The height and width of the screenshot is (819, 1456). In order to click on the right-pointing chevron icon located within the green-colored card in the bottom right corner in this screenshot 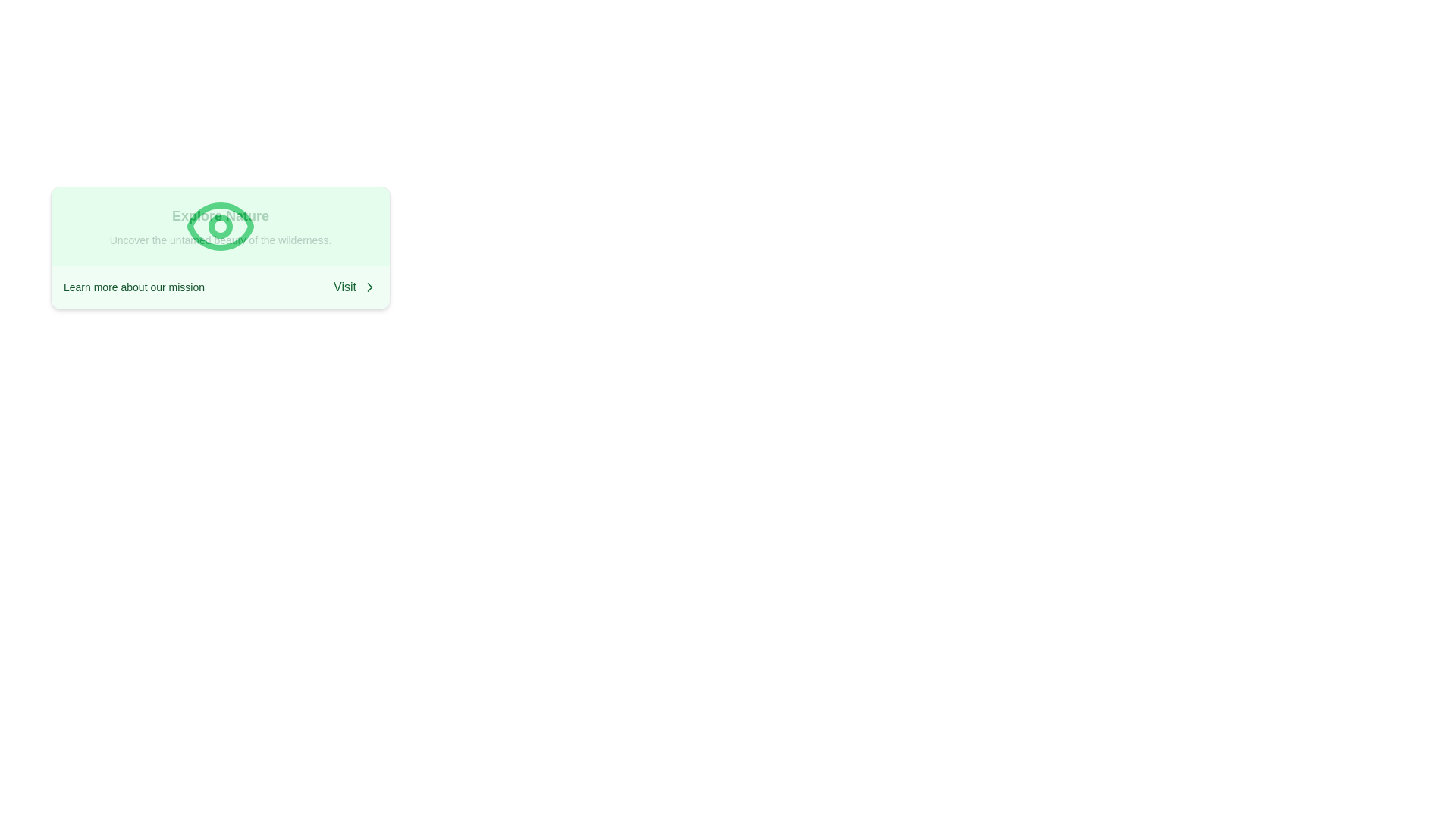, I will do `click(370, 287)`.